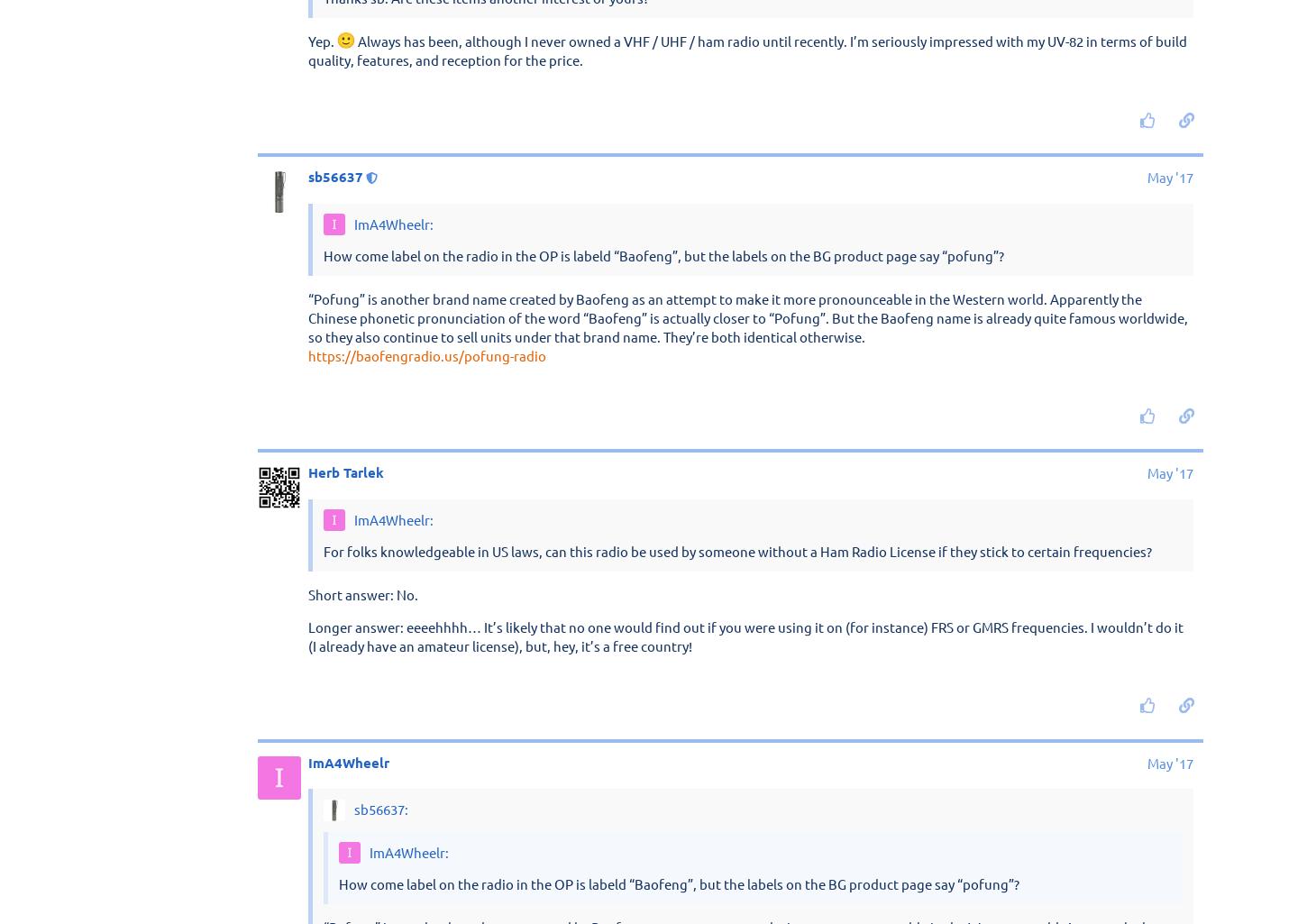 The height and width of the screenshot is (924, 1307). I want to click on 'Thanks sb. Are these items another interest of yours?', so click(486, 519).